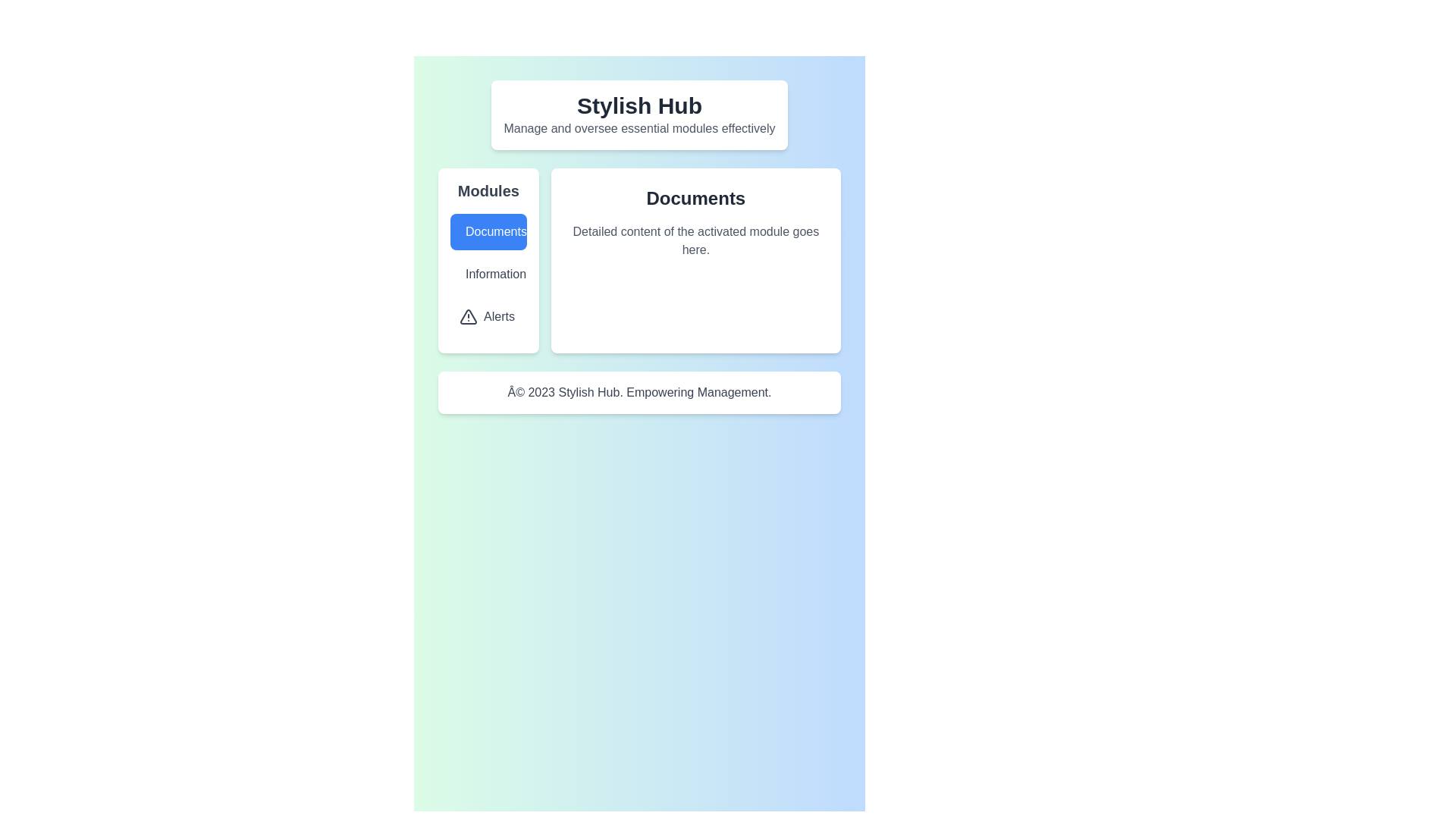  Describe the element at coordinates (695, 240) in the screenshot. I see `the Text Label located beneath the 'Documents' heading, which states 'Detailed content of the activated module goes here.'` at that location.